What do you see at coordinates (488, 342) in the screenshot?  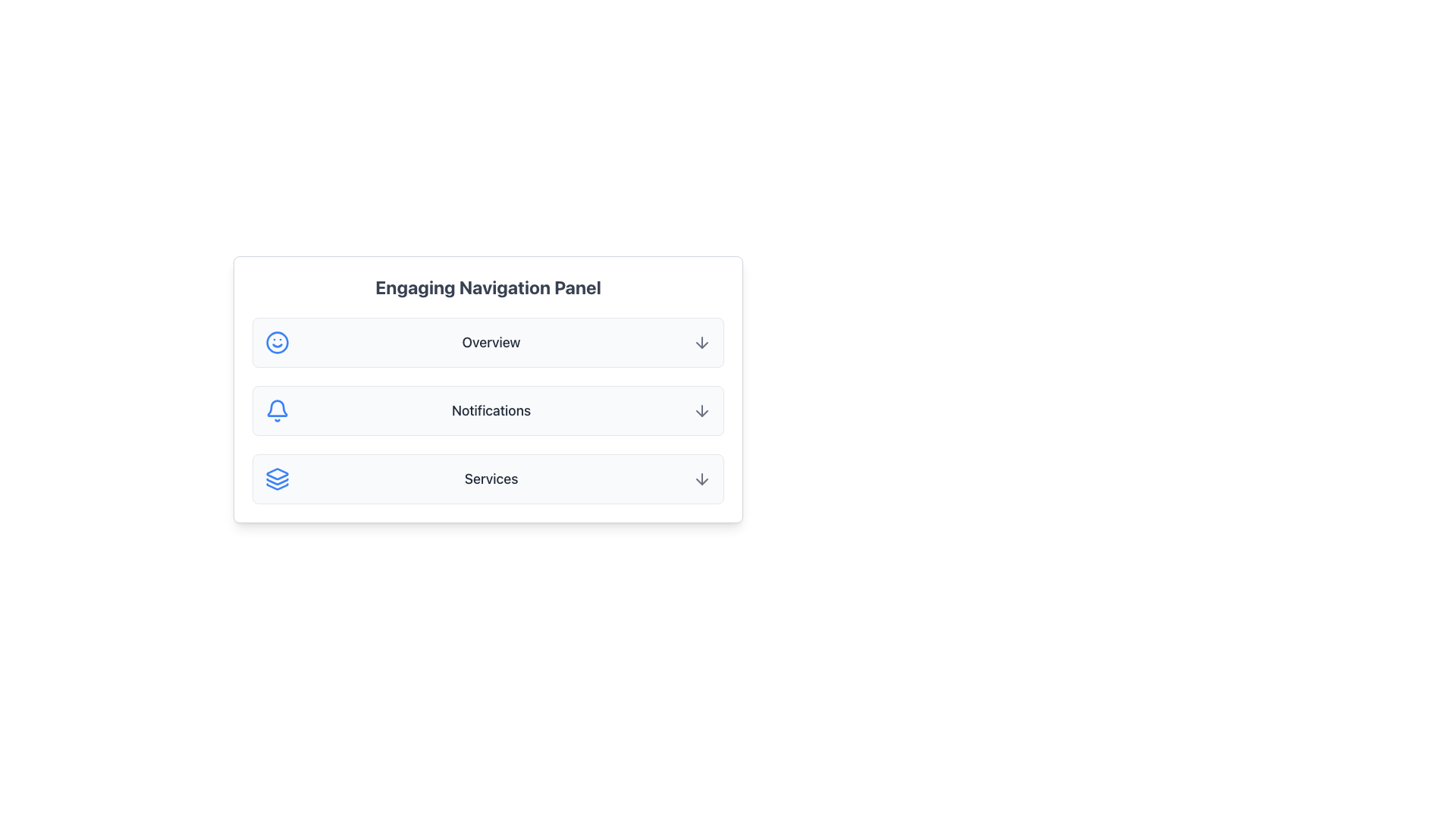 I see `the 'Overview' button featuring a blue smiley face icon on the left and a downward-facing arrow icon on the right for additional information` at bounding box center [488, 342].